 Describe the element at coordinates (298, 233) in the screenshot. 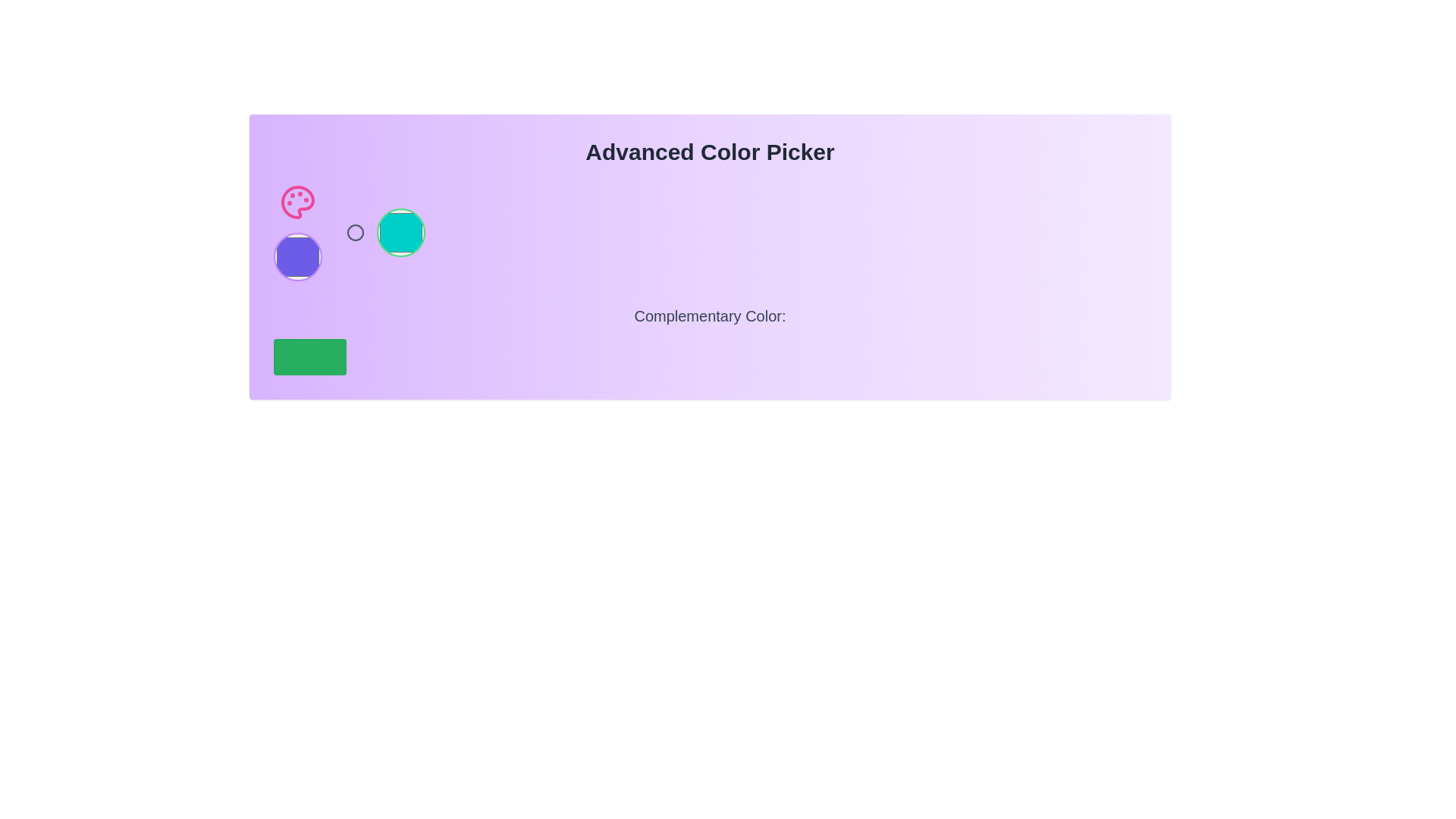

I see `the color selection button, which is the second component in a horizontal group of interactive elements` at that location.